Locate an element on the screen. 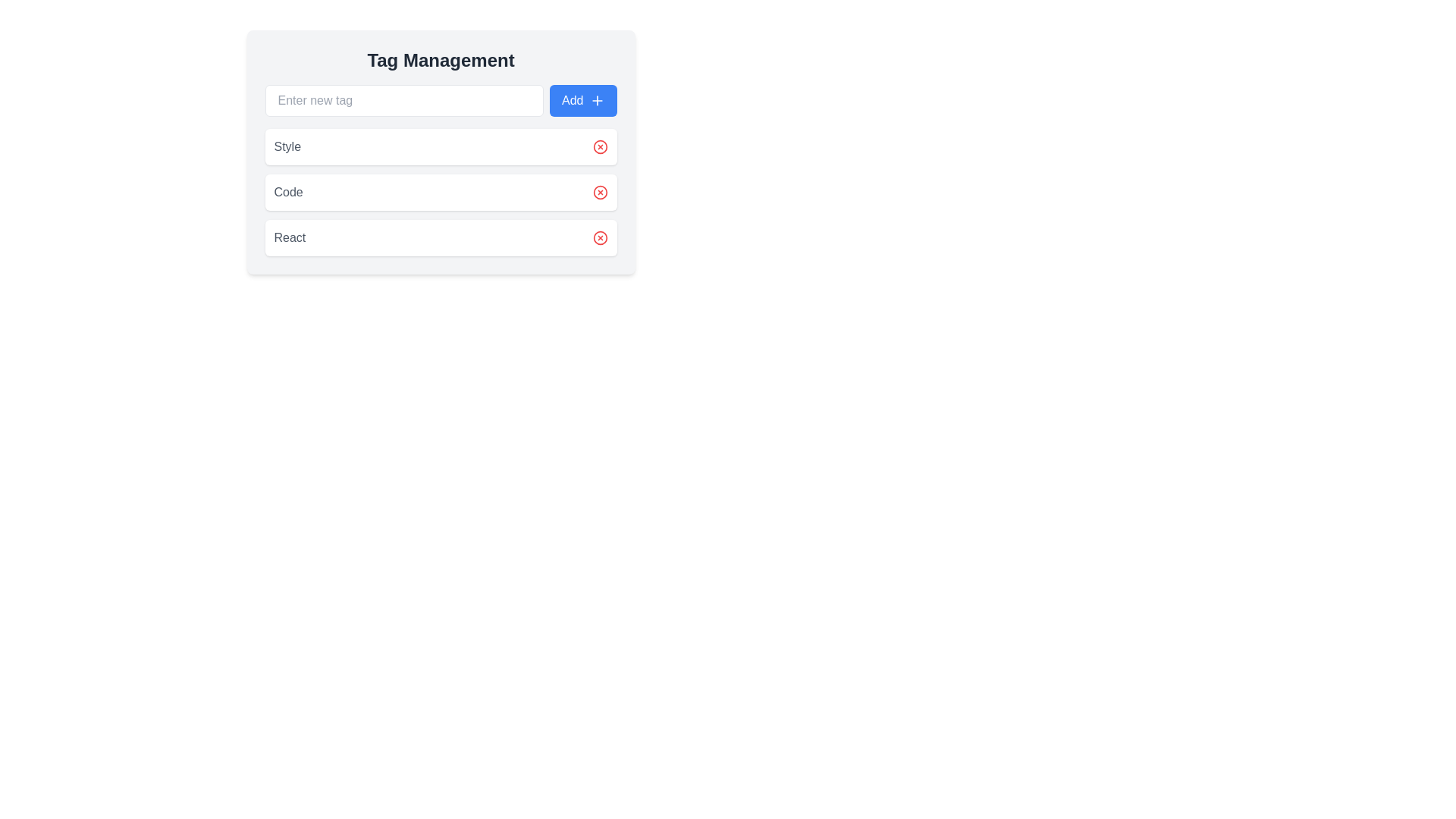 This screenshot has height=819, width=1456. the delete Icon button located on the right side of the 'Code' entry in the second row under the 'Tag Management' section is located at coordinates (599, 192).